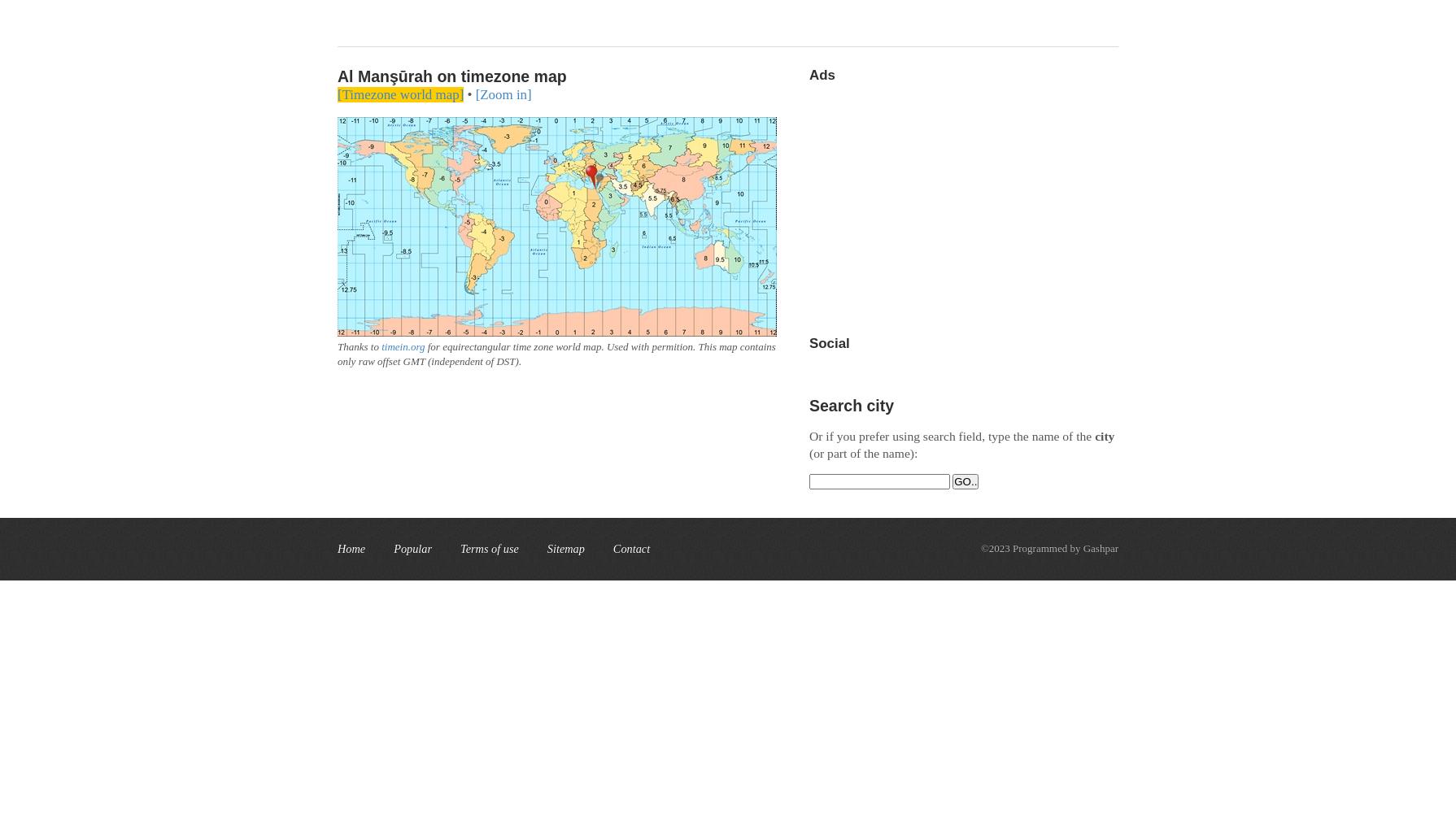  What do you see at coordinates (863, 453) in the screenshot?
I see `'(or part of the name):'` at bounding box center [863, 453].